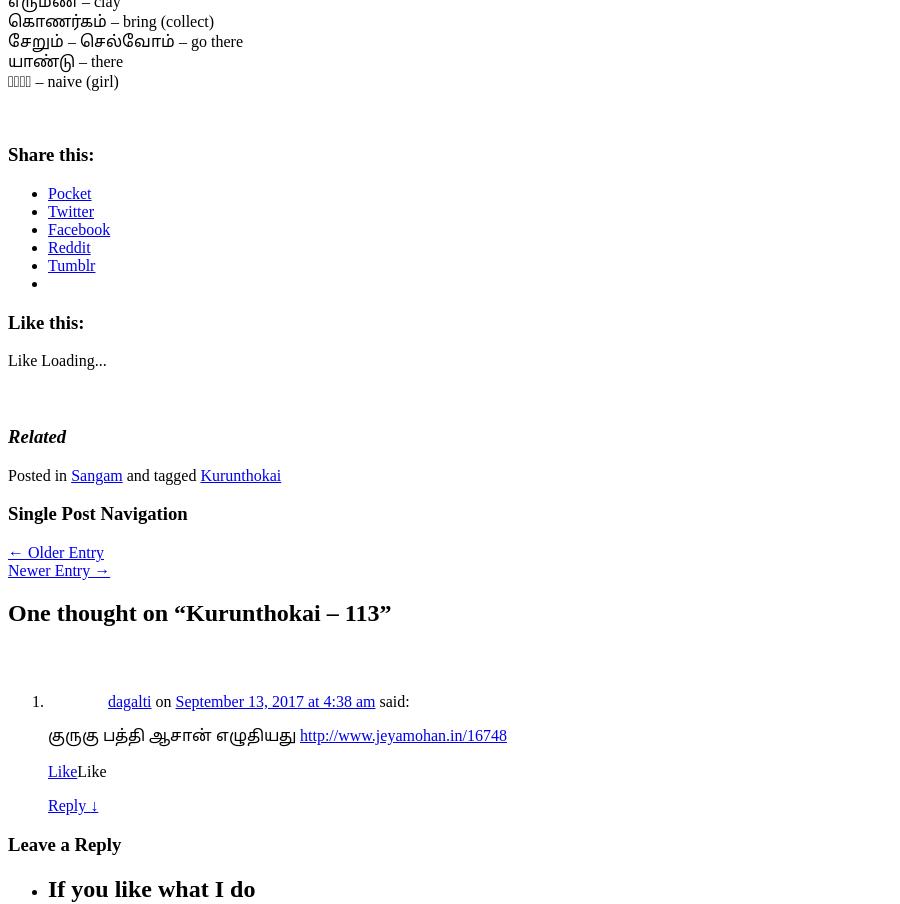  Describe the element at coordinates (40, 359) in the screenshot. I see `'Loading...'` at that location.